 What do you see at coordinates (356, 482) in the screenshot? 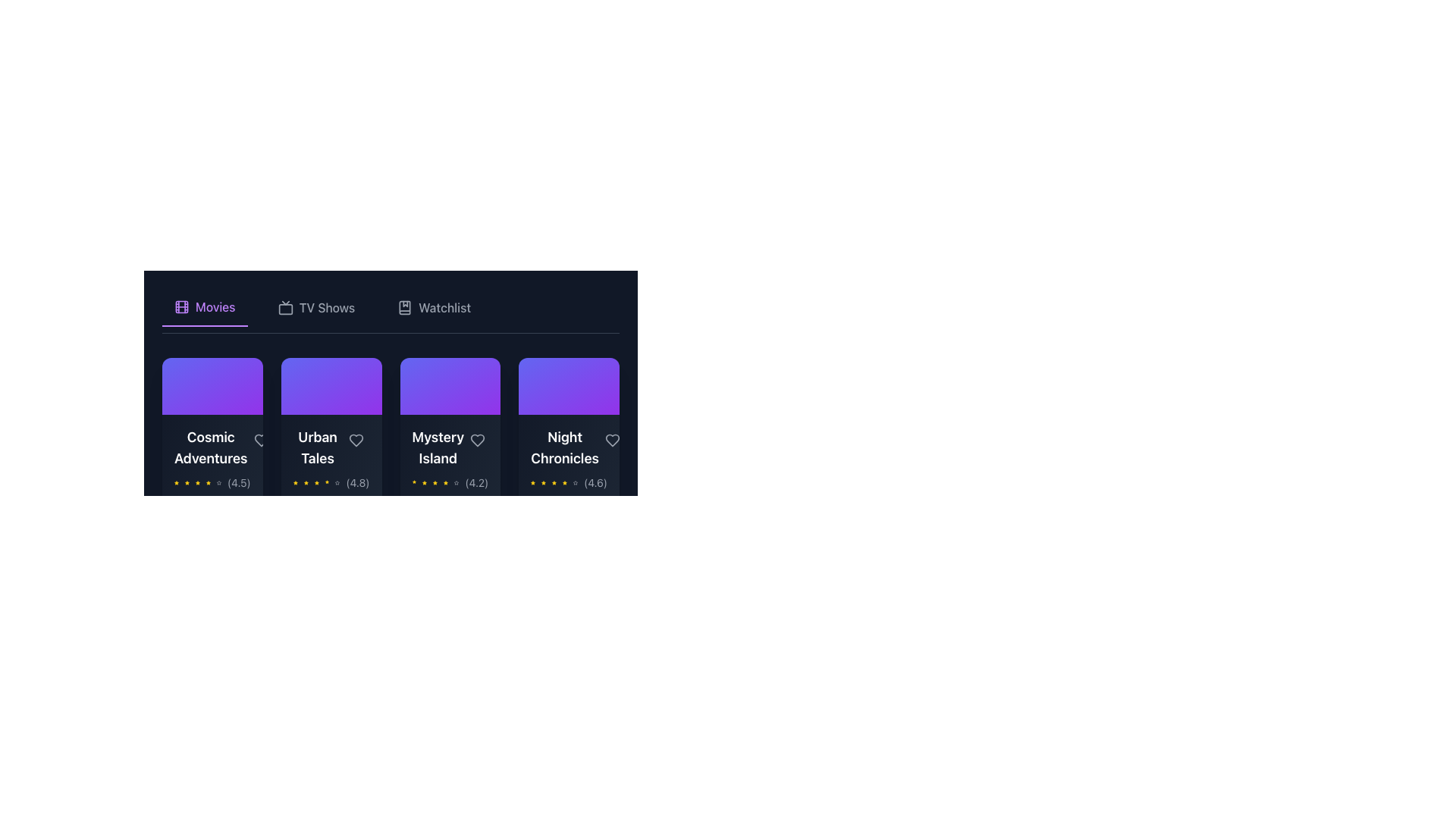
I see `the static text label displaying the numerical value '(4.8)' located at the bottom-right of the movie card 'Urban Tales', next to the yellow star icons` at bounding box center [356, 482].